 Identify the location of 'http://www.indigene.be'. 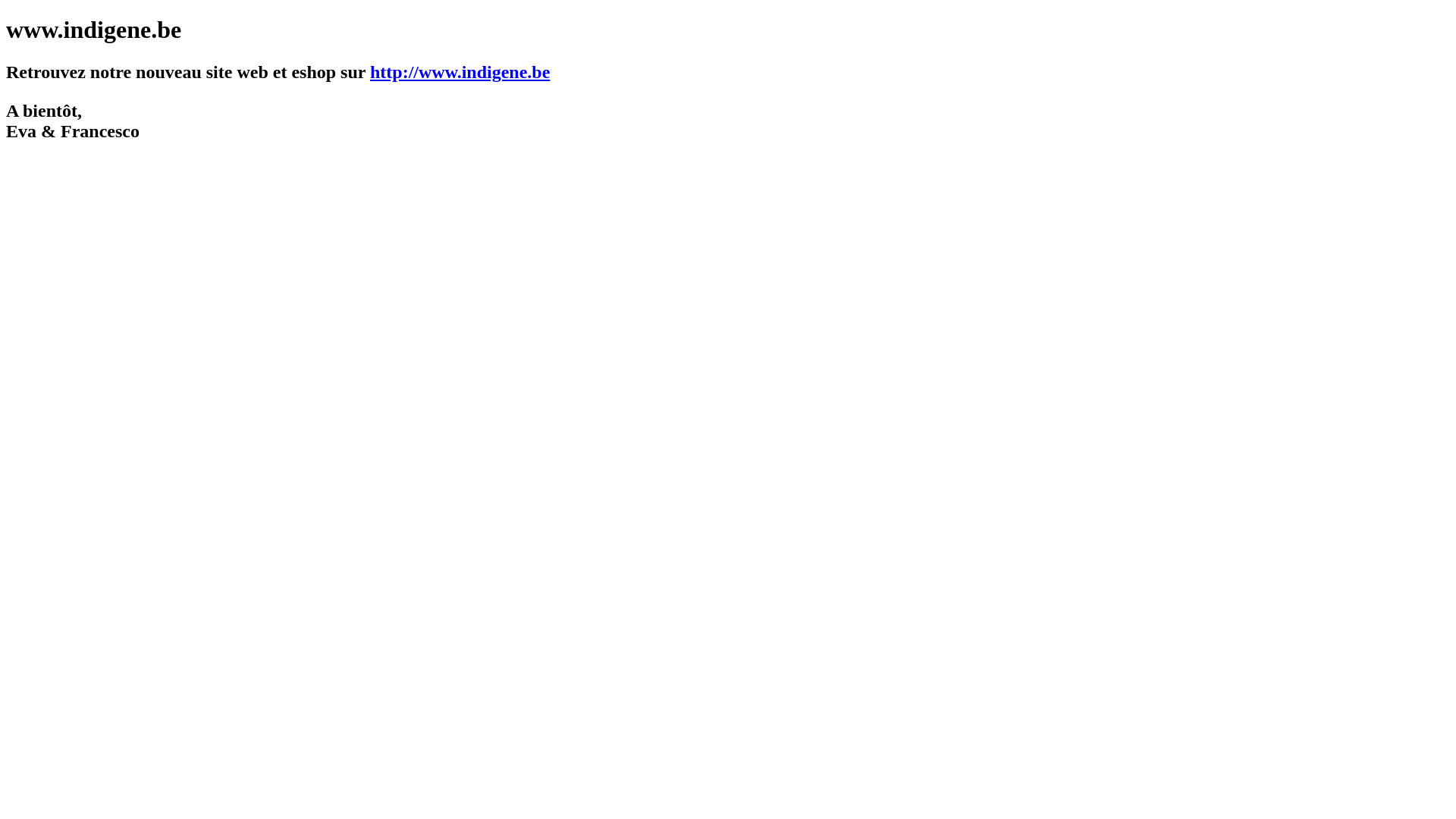
(459, 72).